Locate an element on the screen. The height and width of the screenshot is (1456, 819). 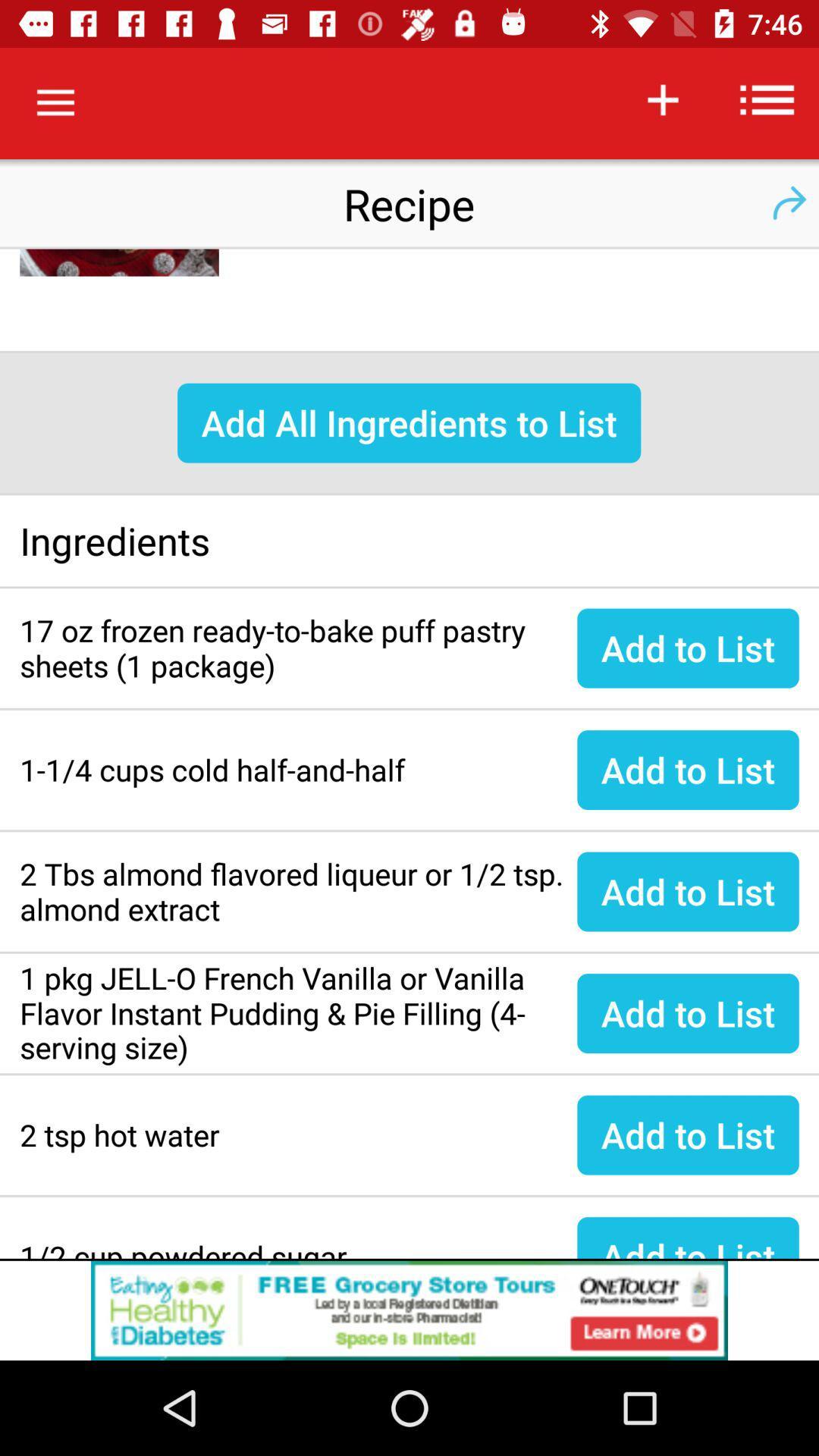
the advertisement in a browser is located at coordinates (409, 1310).